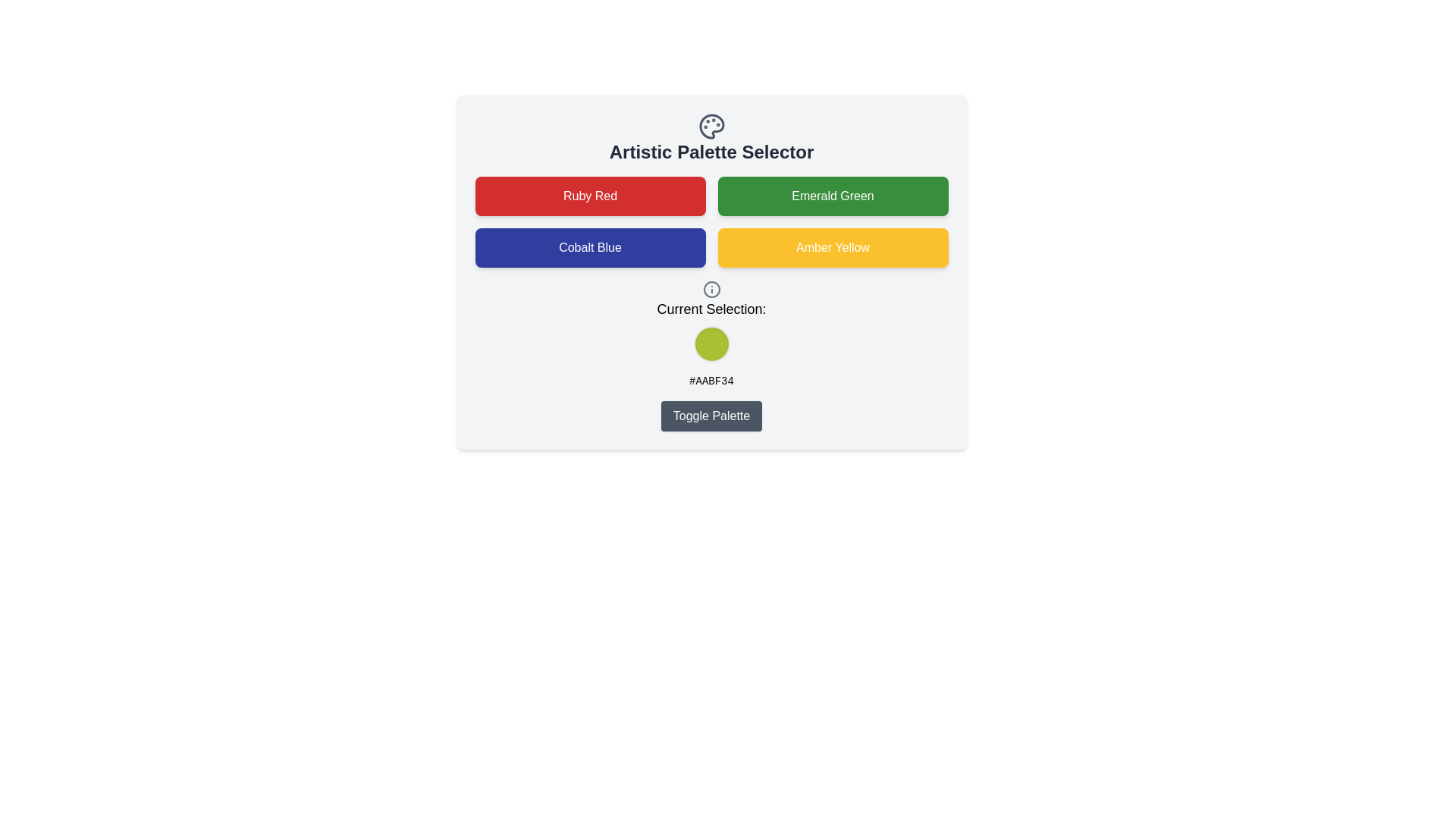  What do you see at coordinates (711, 138) in the screenshot?
I see `the header element titled 'Artistic Palette Selector' which is styled with bold and large font and is centered at the top of the palette selection interface` at bounding box center [711, 138].